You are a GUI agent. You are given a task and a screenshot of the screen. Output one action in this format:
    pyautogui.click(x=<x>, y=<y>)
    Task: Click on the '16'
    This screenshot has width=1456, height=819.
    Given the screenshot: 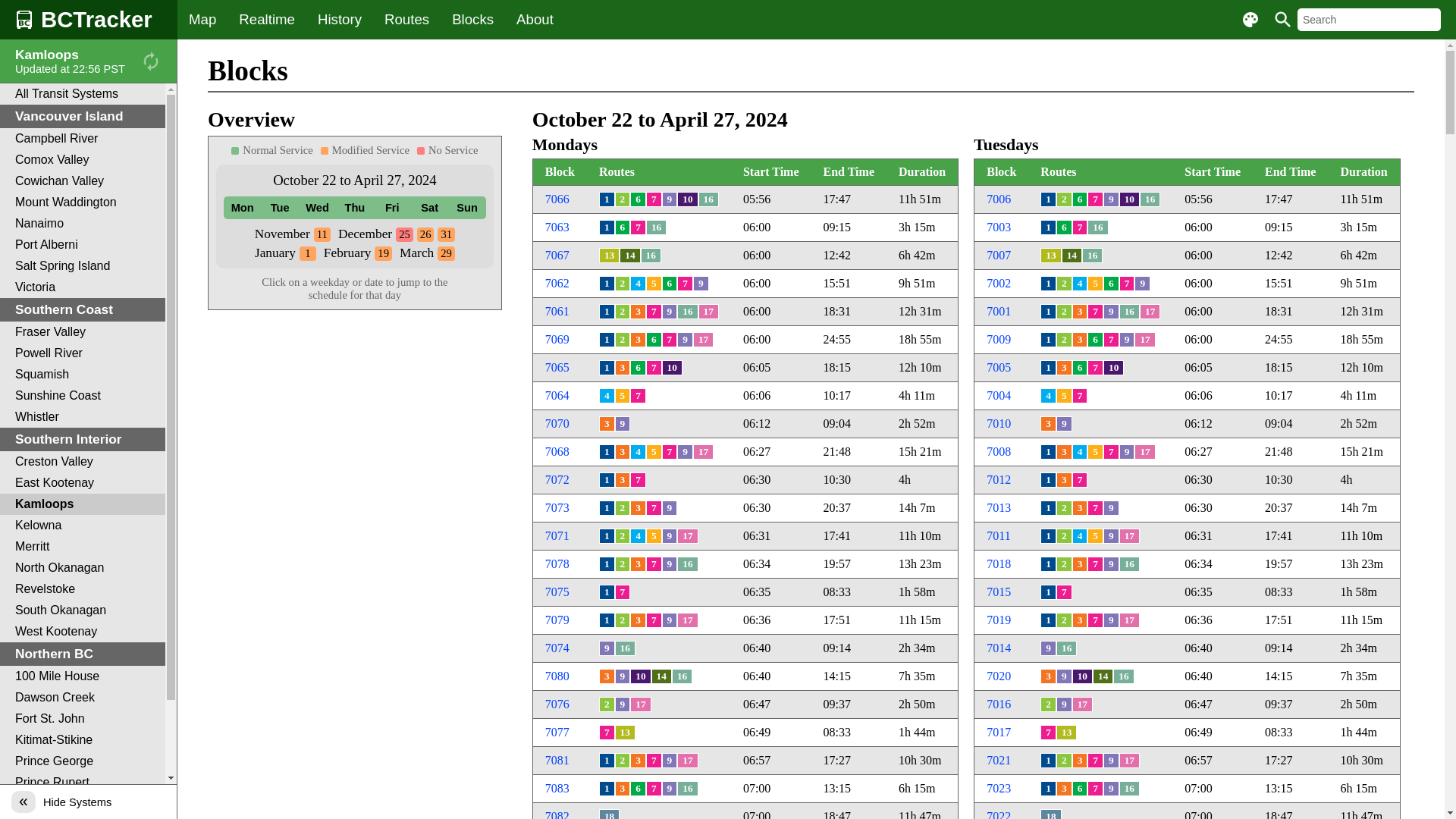 What is the action you would take?
    pyautogui.click(x=676, y=311)
    